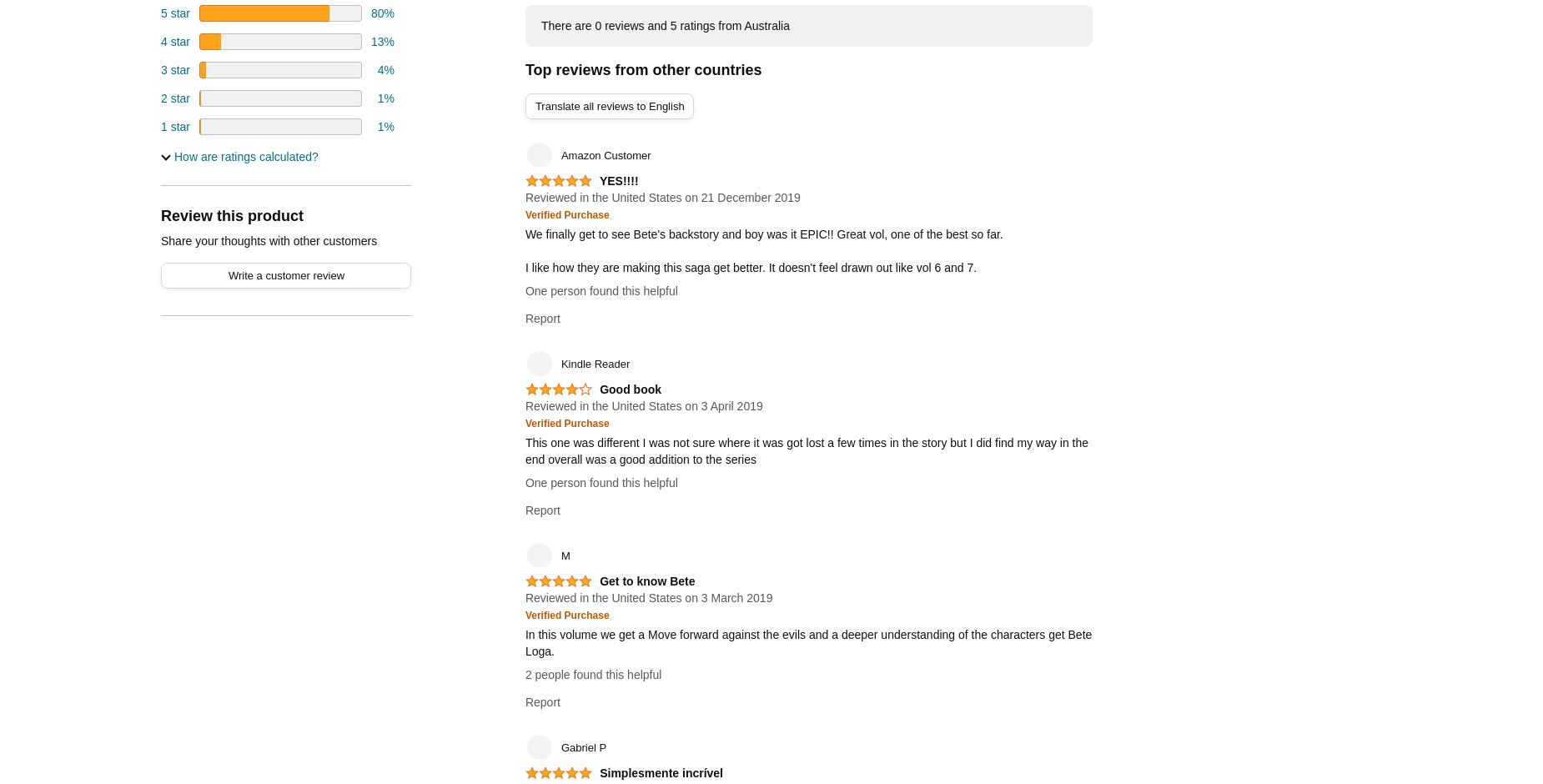  What do you see at coordinates (553, 395) in the screenshot?
I see `'4.0 out of 5 stars'` at bounding box center [553, 395].